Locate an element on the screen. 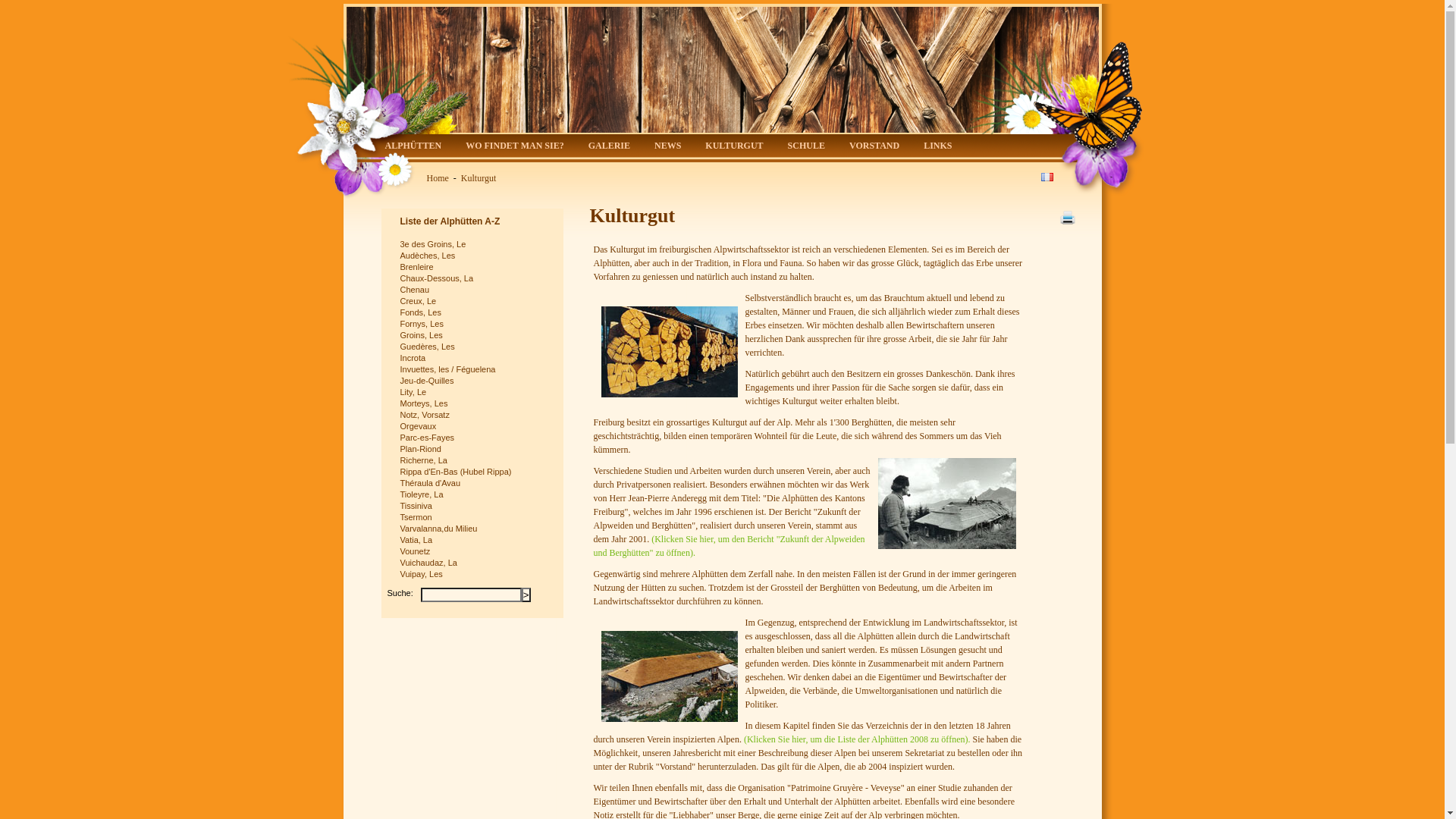 This screenshot has height=819, width=1456. 'Notz, Vorsatz' is located at coordinates (473, 415).